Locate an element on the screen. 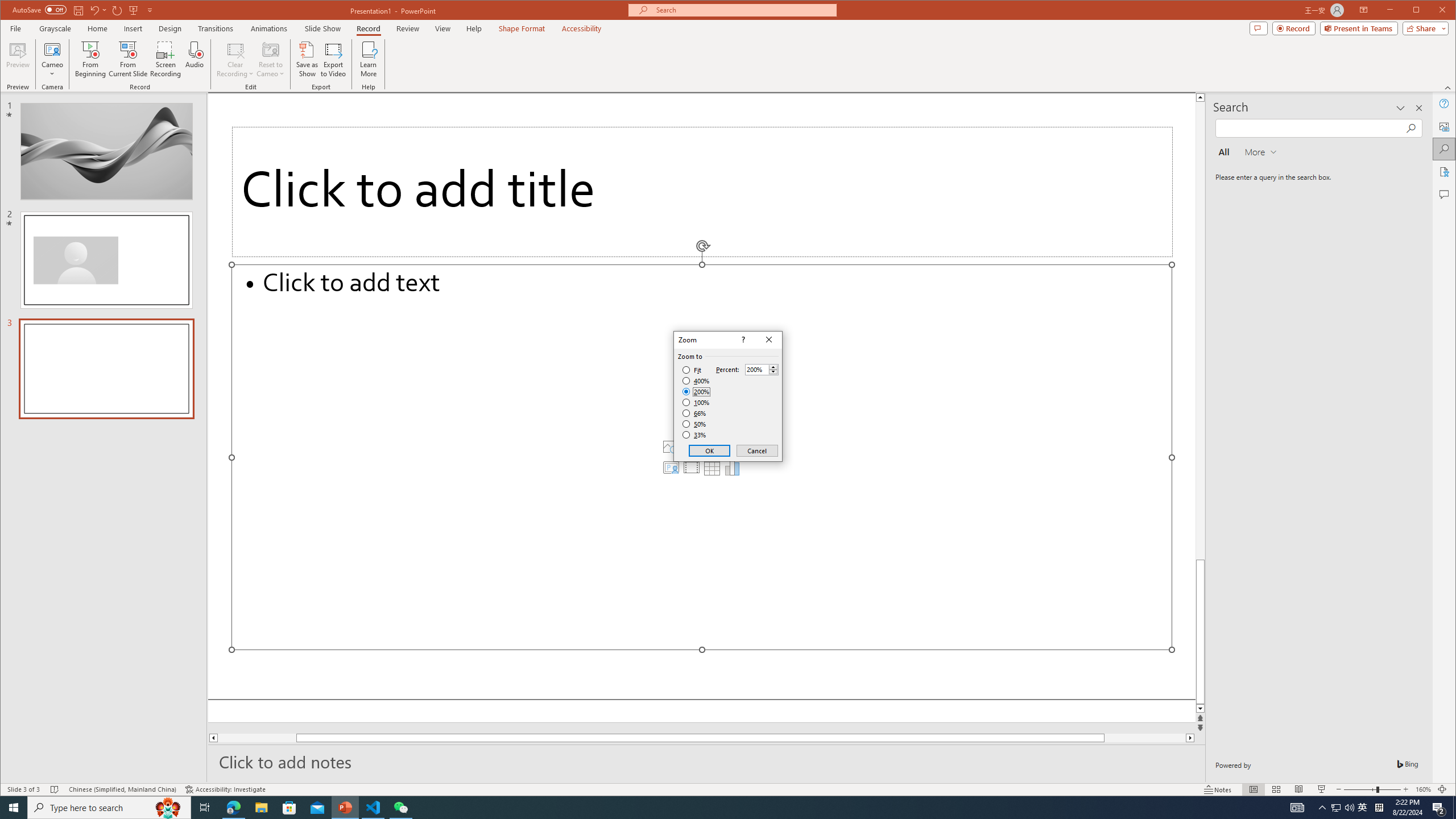 This screenshot has width=1456, height=819. 'Fit' is located at coordinates (692, 370).